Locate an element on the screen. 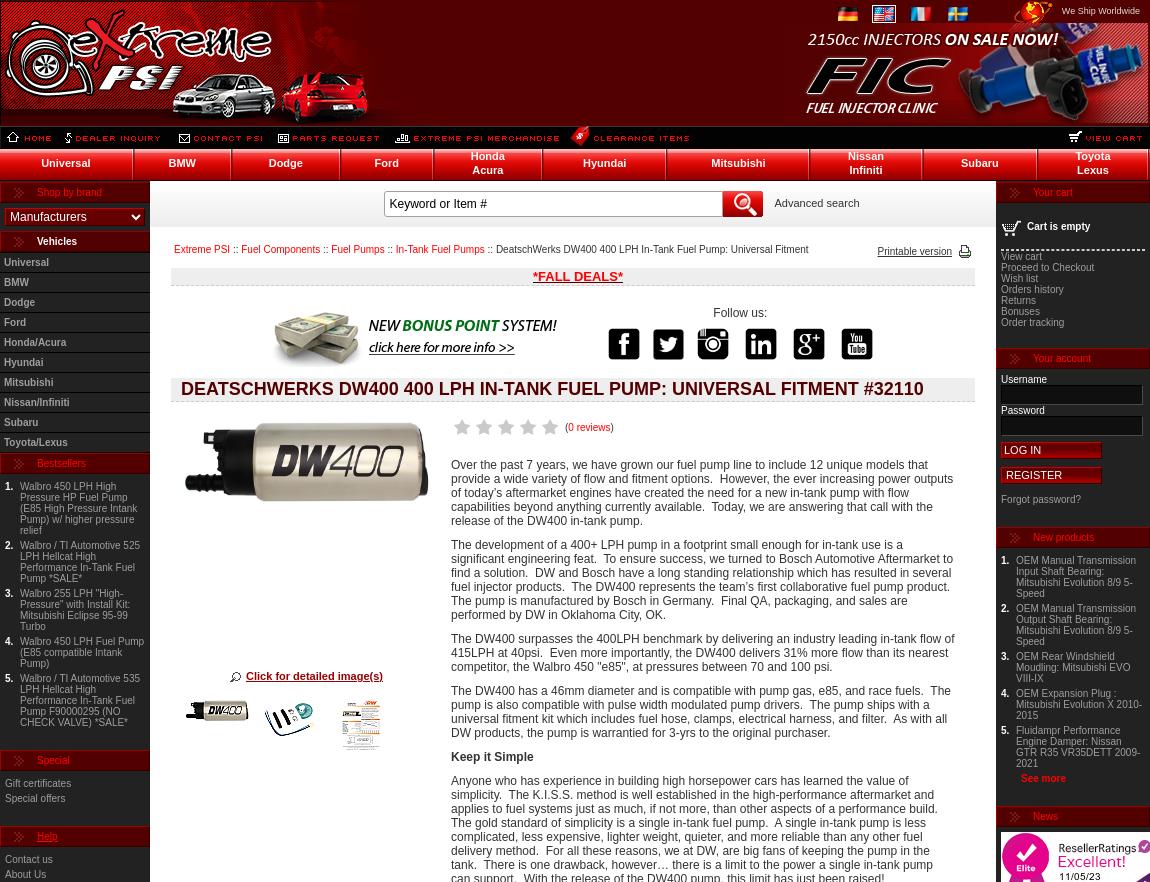  'Your account' is located at coordinates (1062, 357).